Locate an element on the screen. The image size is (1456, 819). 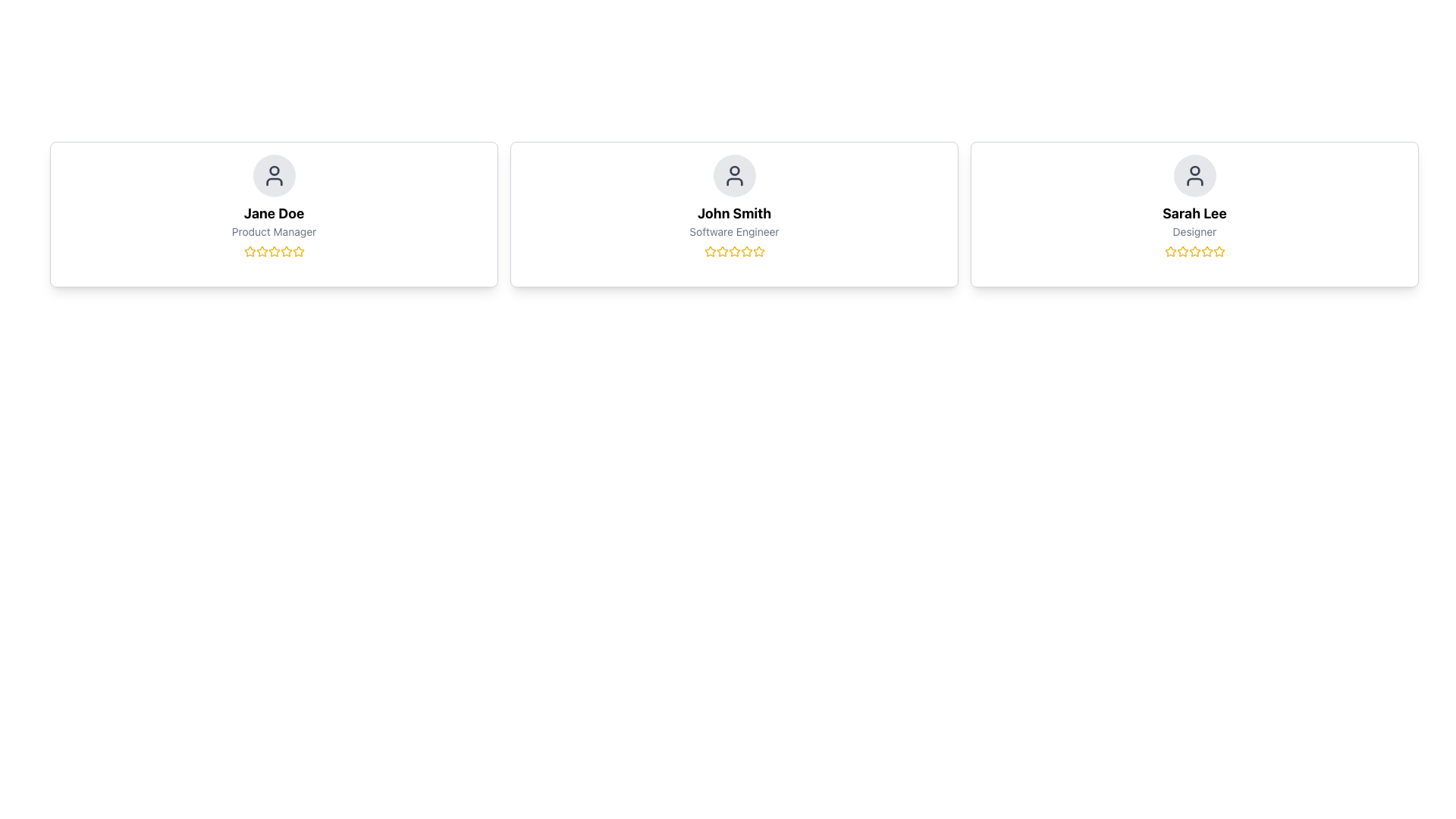
the third yellow star icon in the rating system beneath 'John Smith' is located at coordinates (734, 250).